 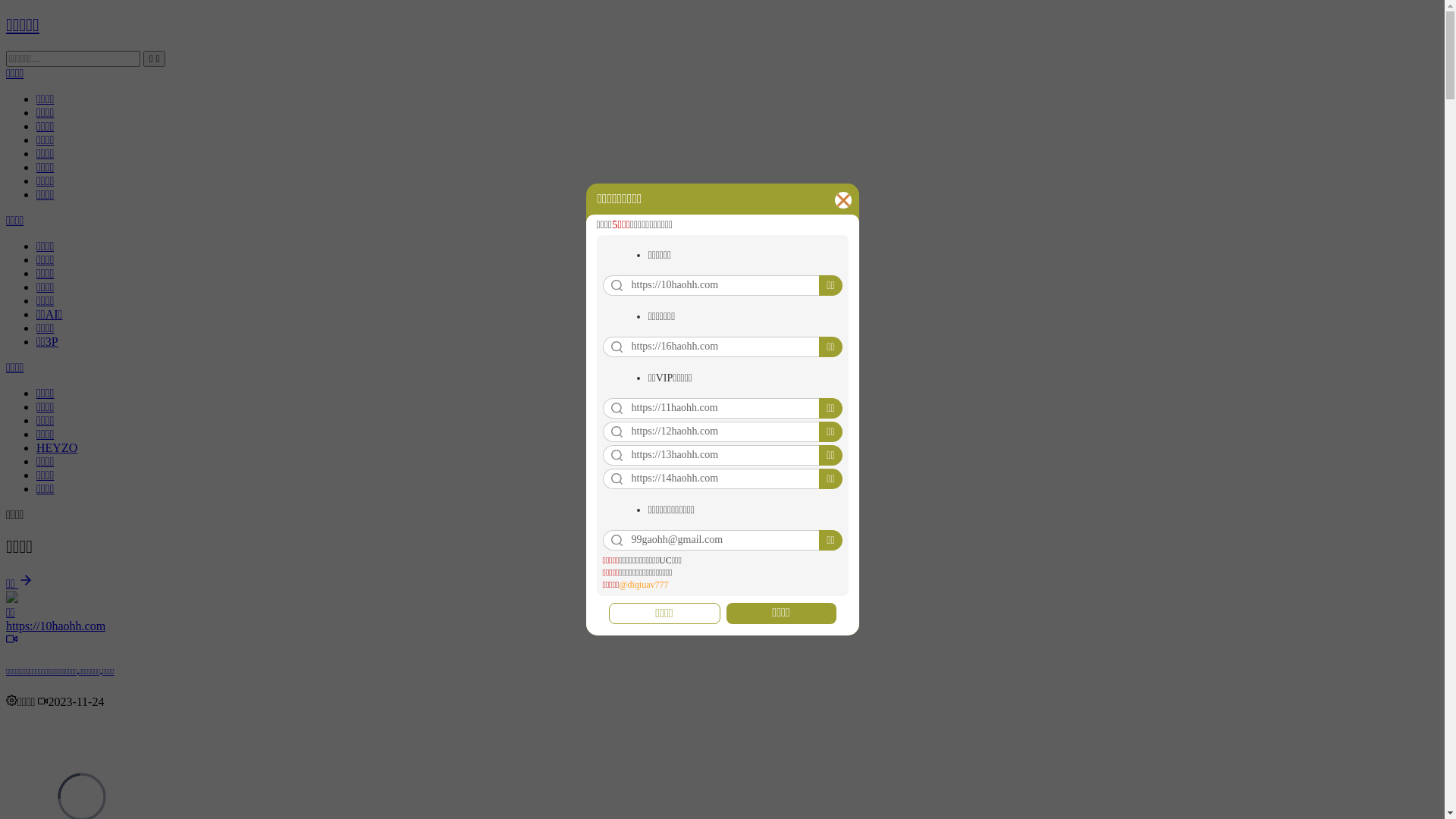 I want to click on '@diqiuav777', so click(x=643, y=584).